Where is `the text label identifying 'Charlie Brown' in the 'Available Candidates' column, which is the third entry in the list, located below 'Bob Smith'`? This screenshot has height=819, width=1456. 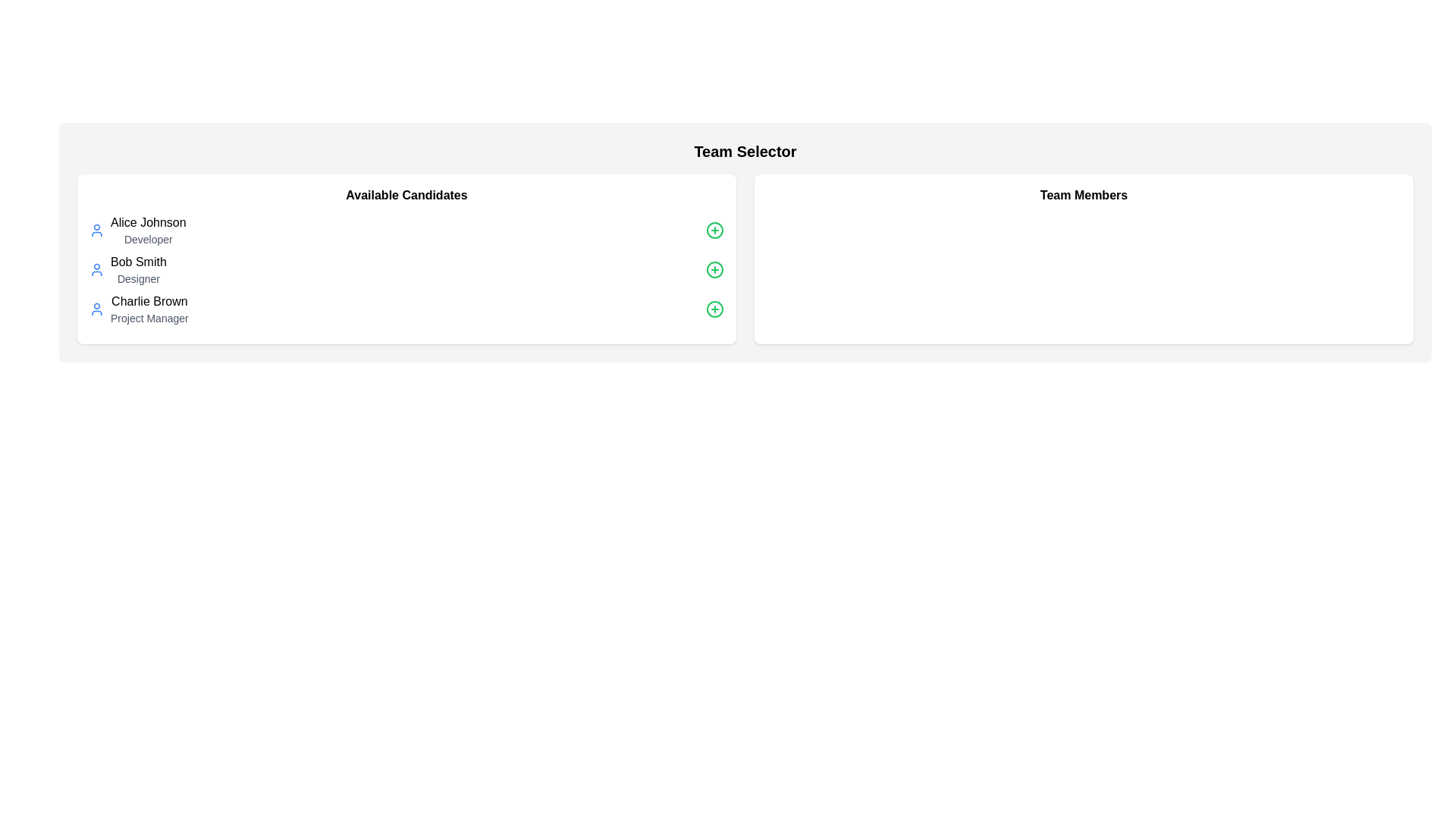 the text label identifying 'Charlie Brown' in the 'Available Candidates' column, which is the third entry in the list, located below 'Bob Smith' is located at coordinates (149, 301).